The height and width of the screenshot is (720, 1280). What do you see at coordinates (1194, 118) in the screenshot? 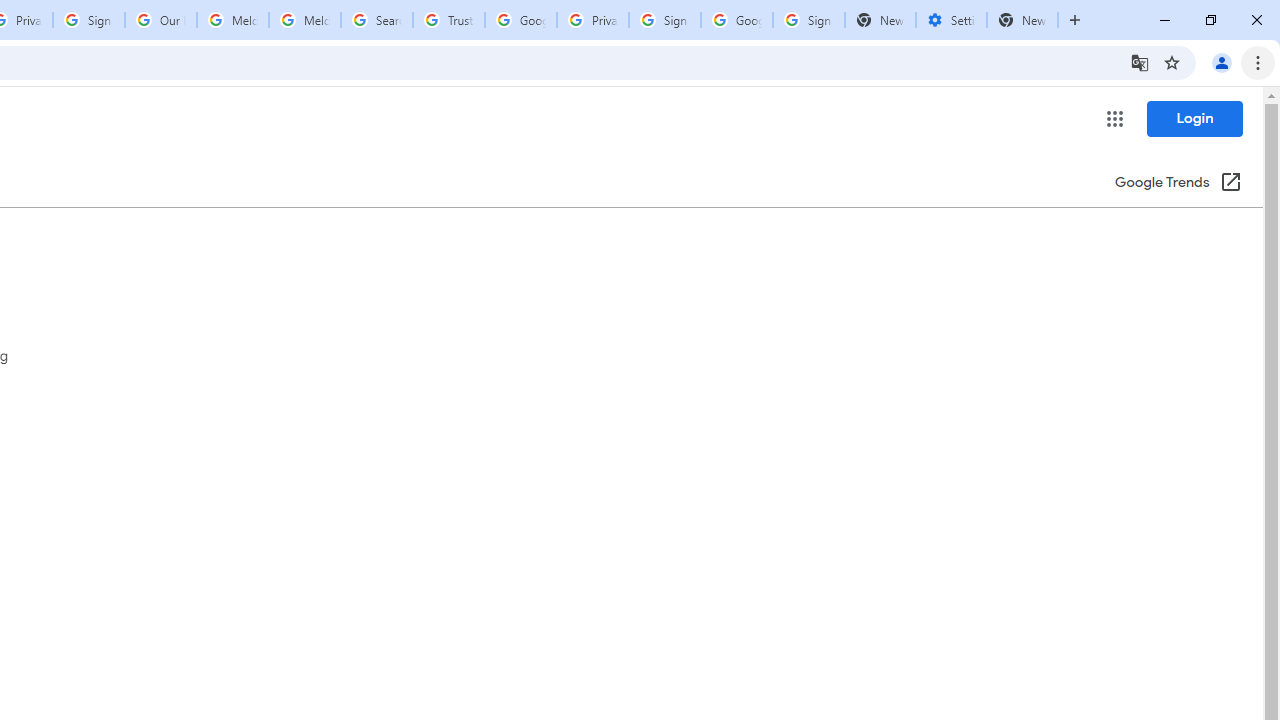
I see `'Login'` at bounding box center [1194, 118].